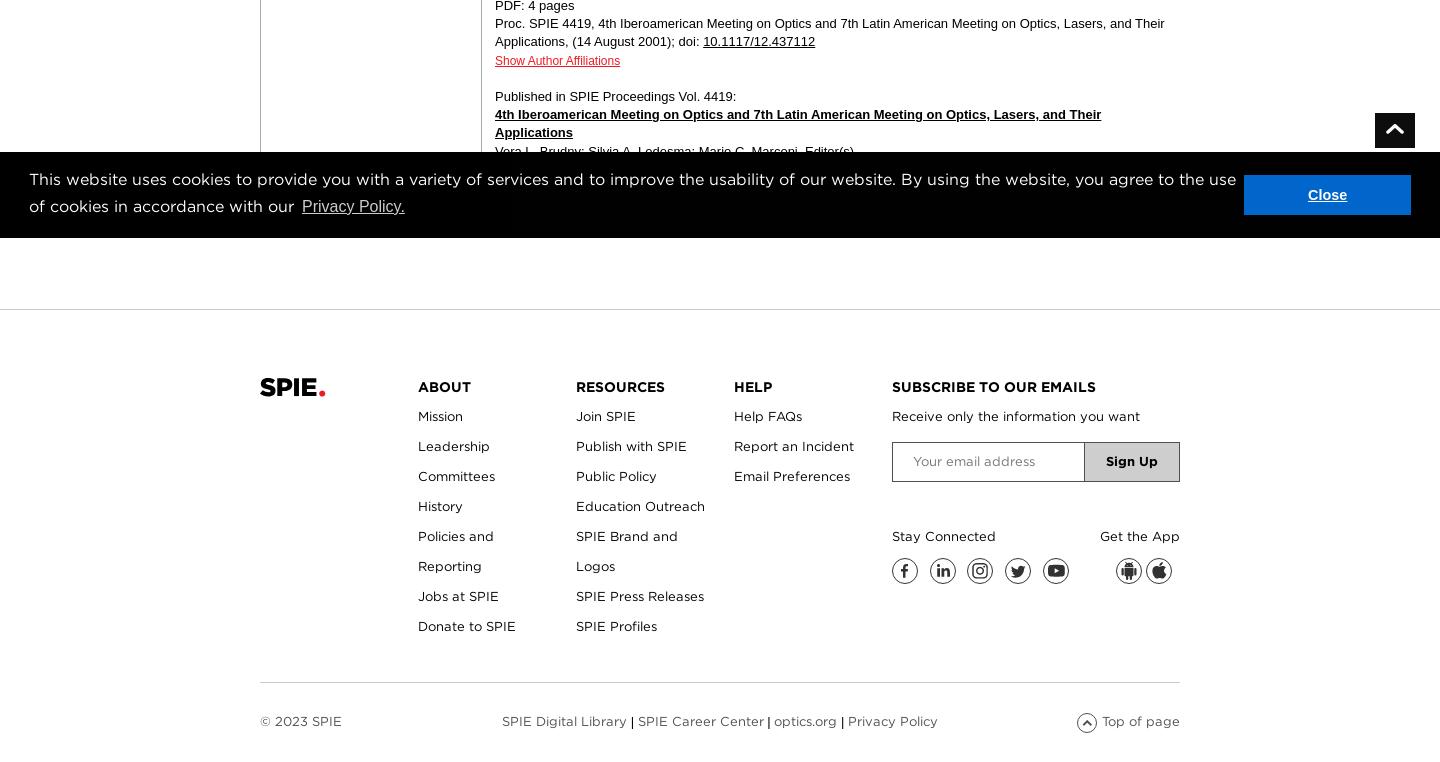 The height and width of the screenshot is (762, 1440). What do you see at coordinates (456, 475) in the screenshot?
I see `'Committees'` at bounding box center [456, 475].